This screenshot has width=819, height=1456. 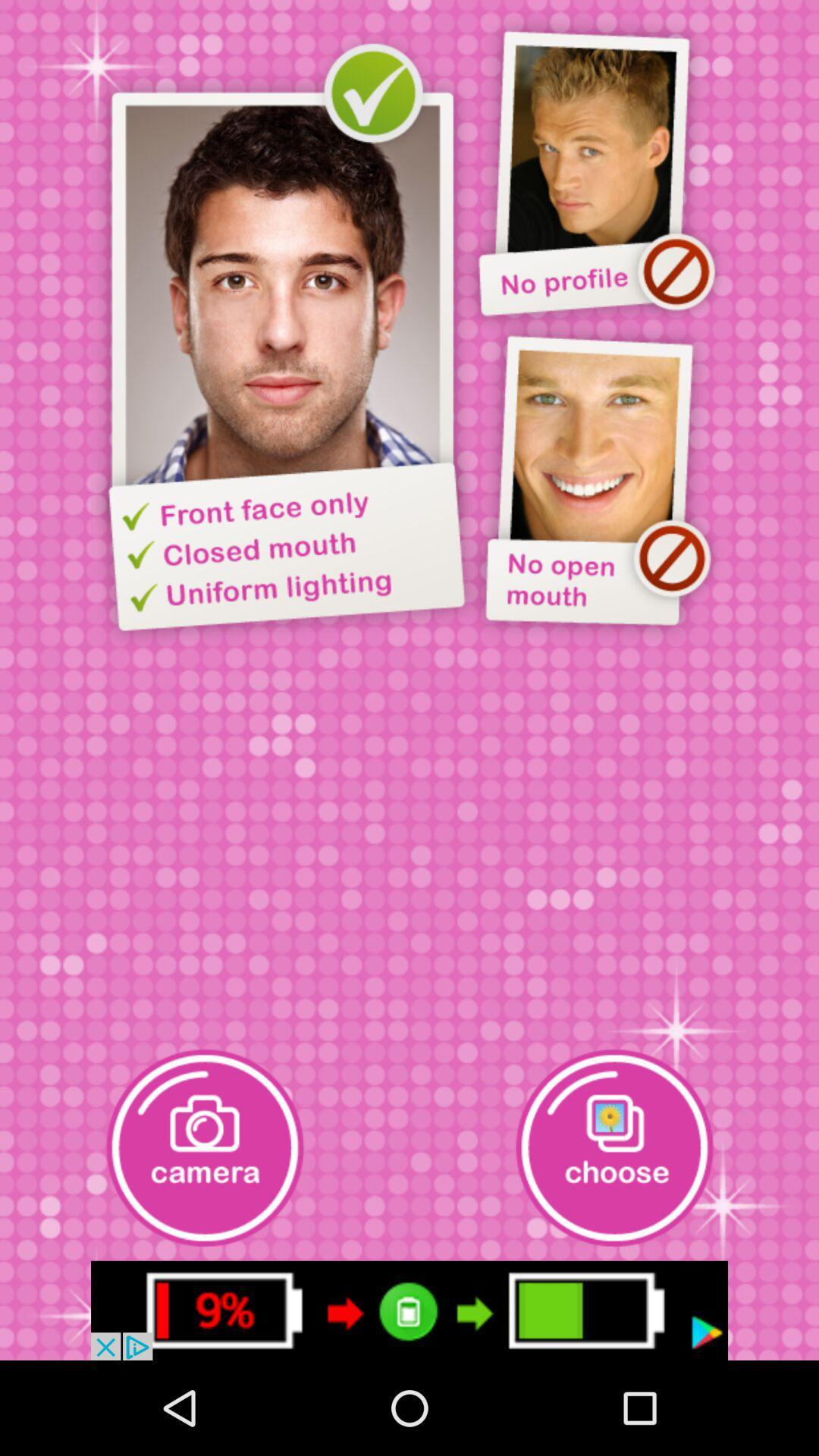 I want to click on camera button, so click(x=205, y=1147).